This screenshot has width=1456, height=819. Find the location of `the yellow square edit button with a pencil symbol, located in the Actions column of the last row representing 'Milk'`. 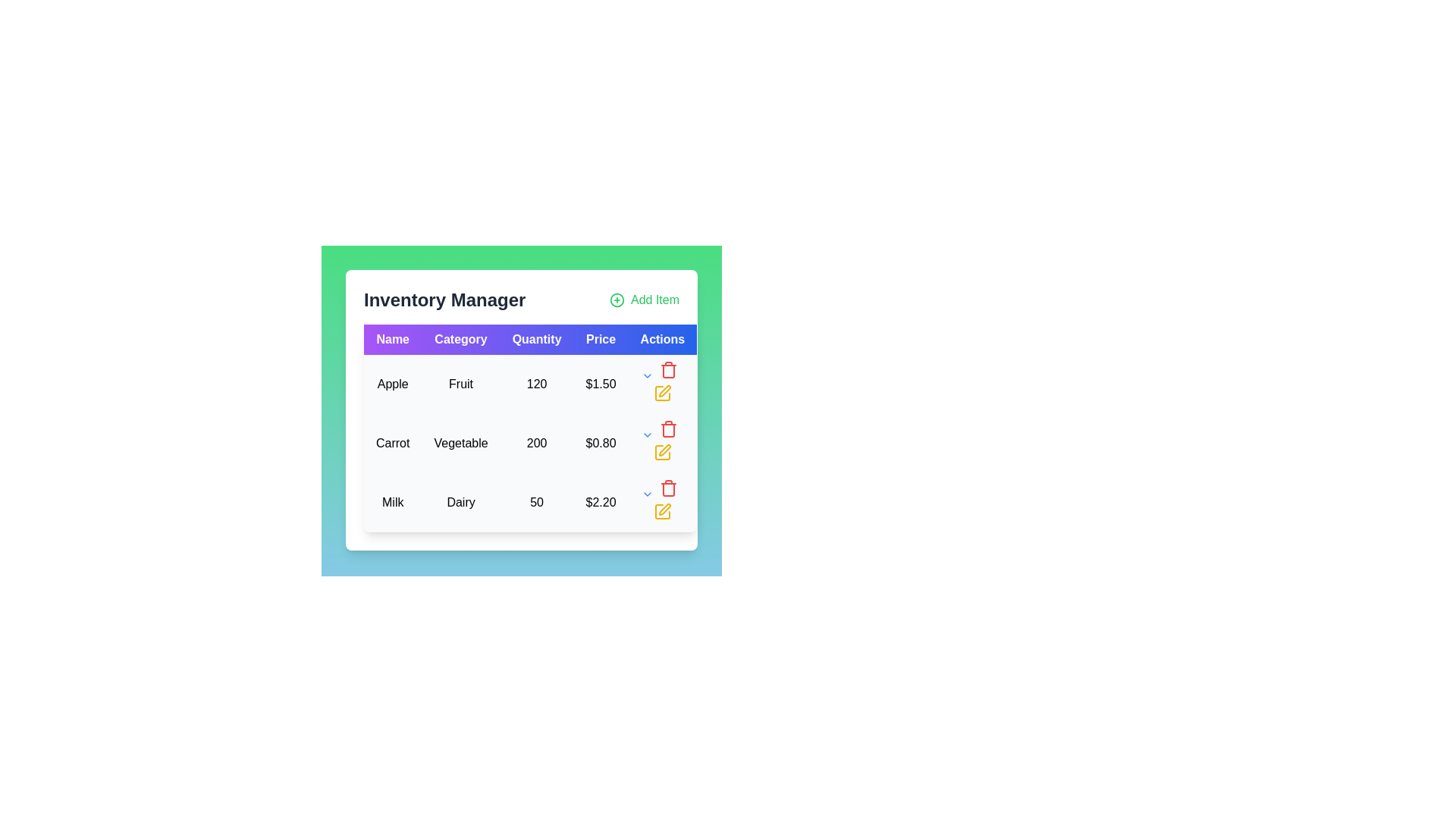

the yellow square edit button with a pencil symbol, located in the Actions column of the last row representing 'Milk' is located at coordinates (662, 512).